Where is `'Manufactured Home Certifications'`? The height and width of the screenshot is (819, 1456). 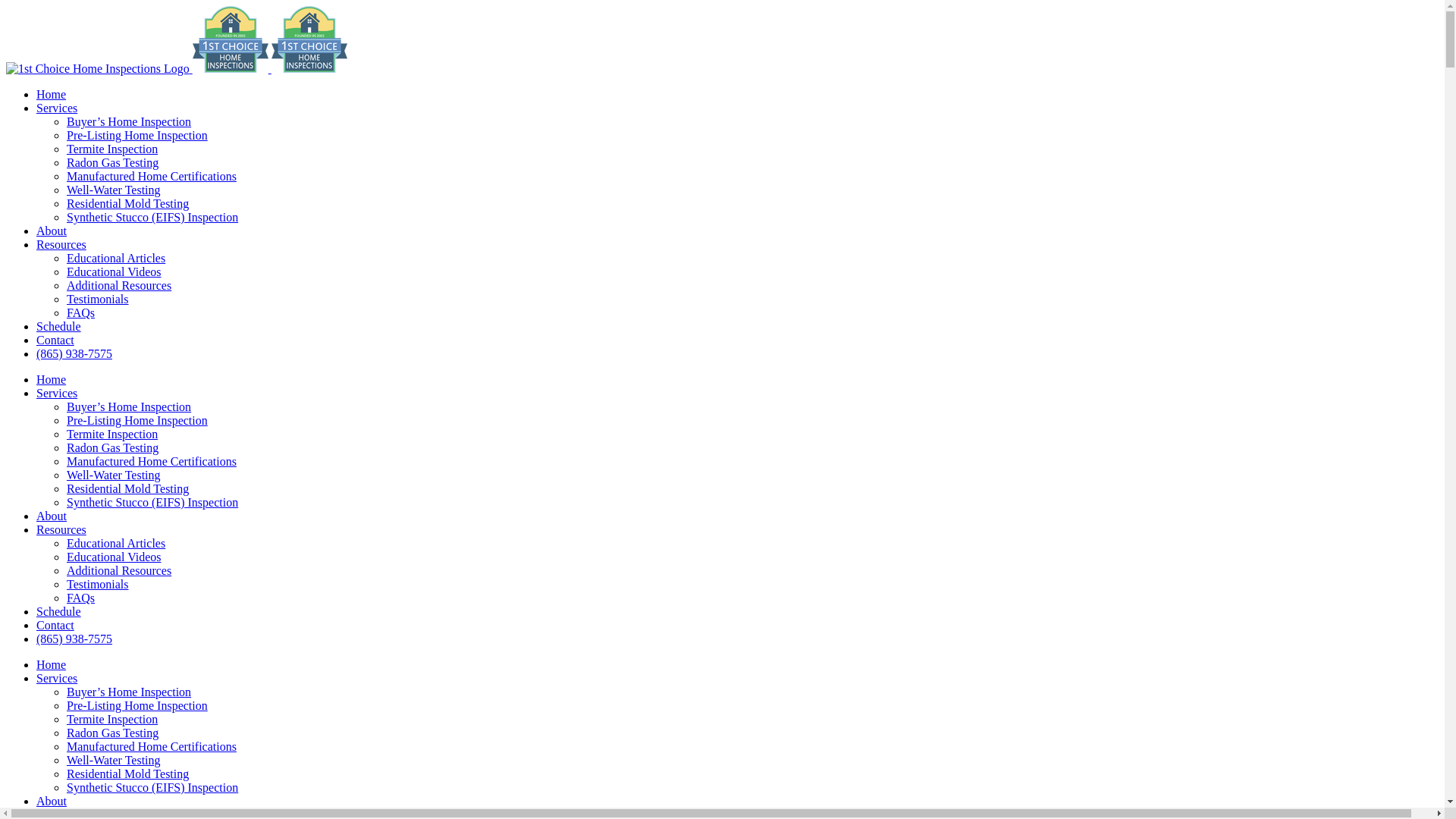
'Manufactured Home Certifications' is located at coordinates (65, 460).